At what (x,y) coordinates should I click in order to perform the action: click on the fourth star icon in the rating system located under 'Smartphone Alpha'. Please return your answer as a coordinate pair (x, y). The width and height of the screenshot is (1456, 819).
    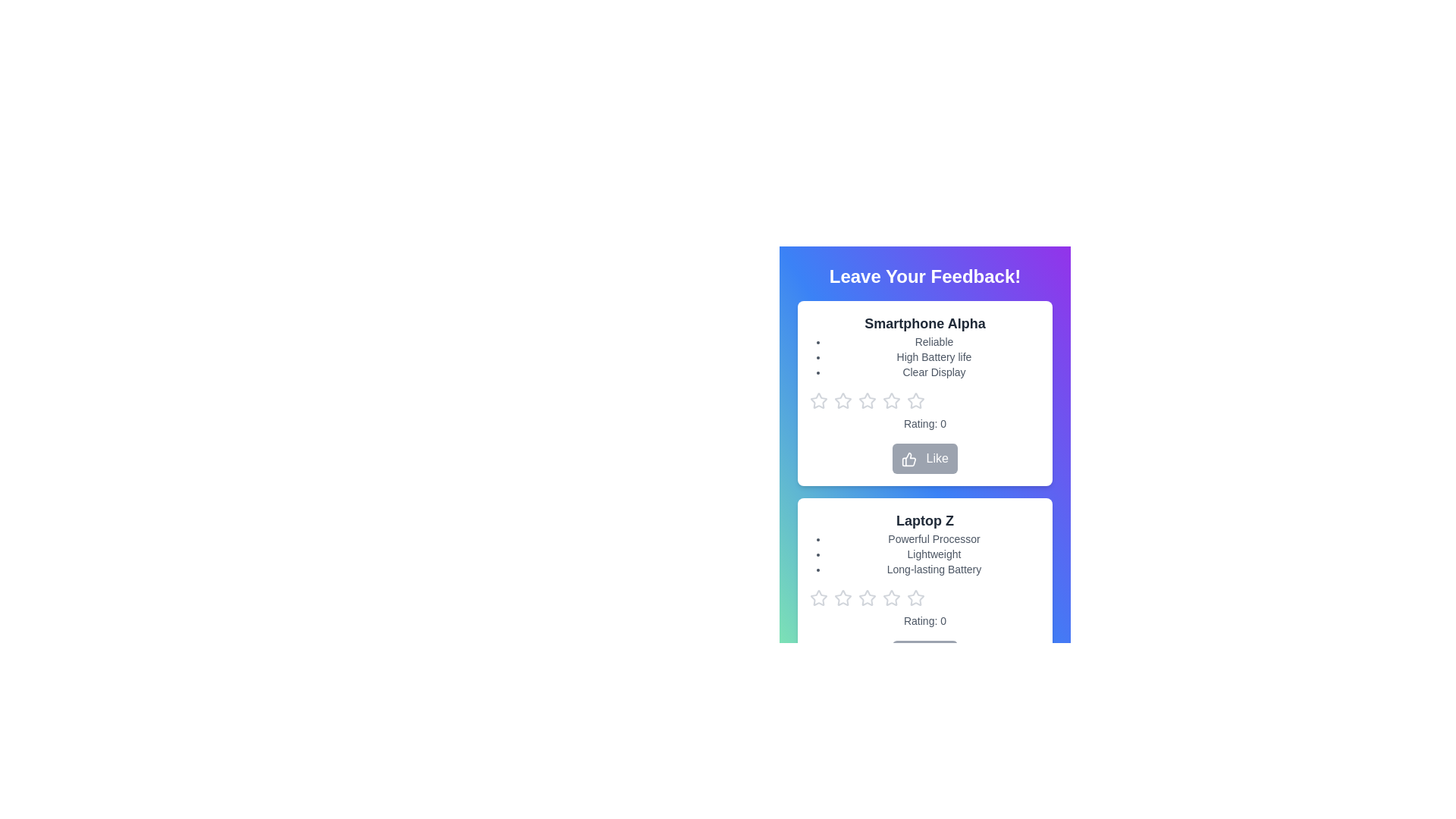
    Looking at the image, I should click on (867, 400).